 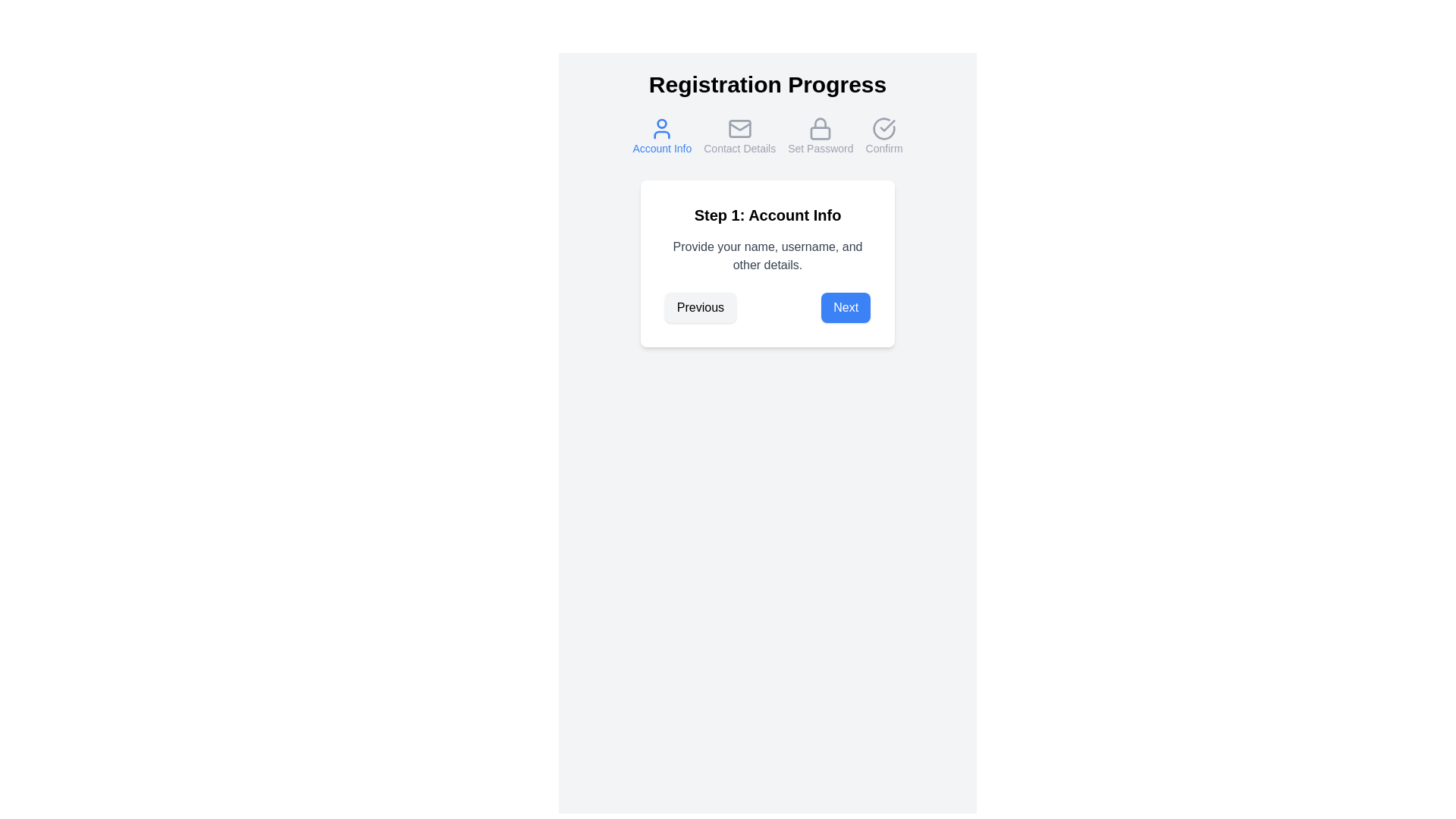 What do you see at coordinates (739, 126) in the screenshot?
I see `the 'Contact Details' icon` at bounding box center [739, 126].